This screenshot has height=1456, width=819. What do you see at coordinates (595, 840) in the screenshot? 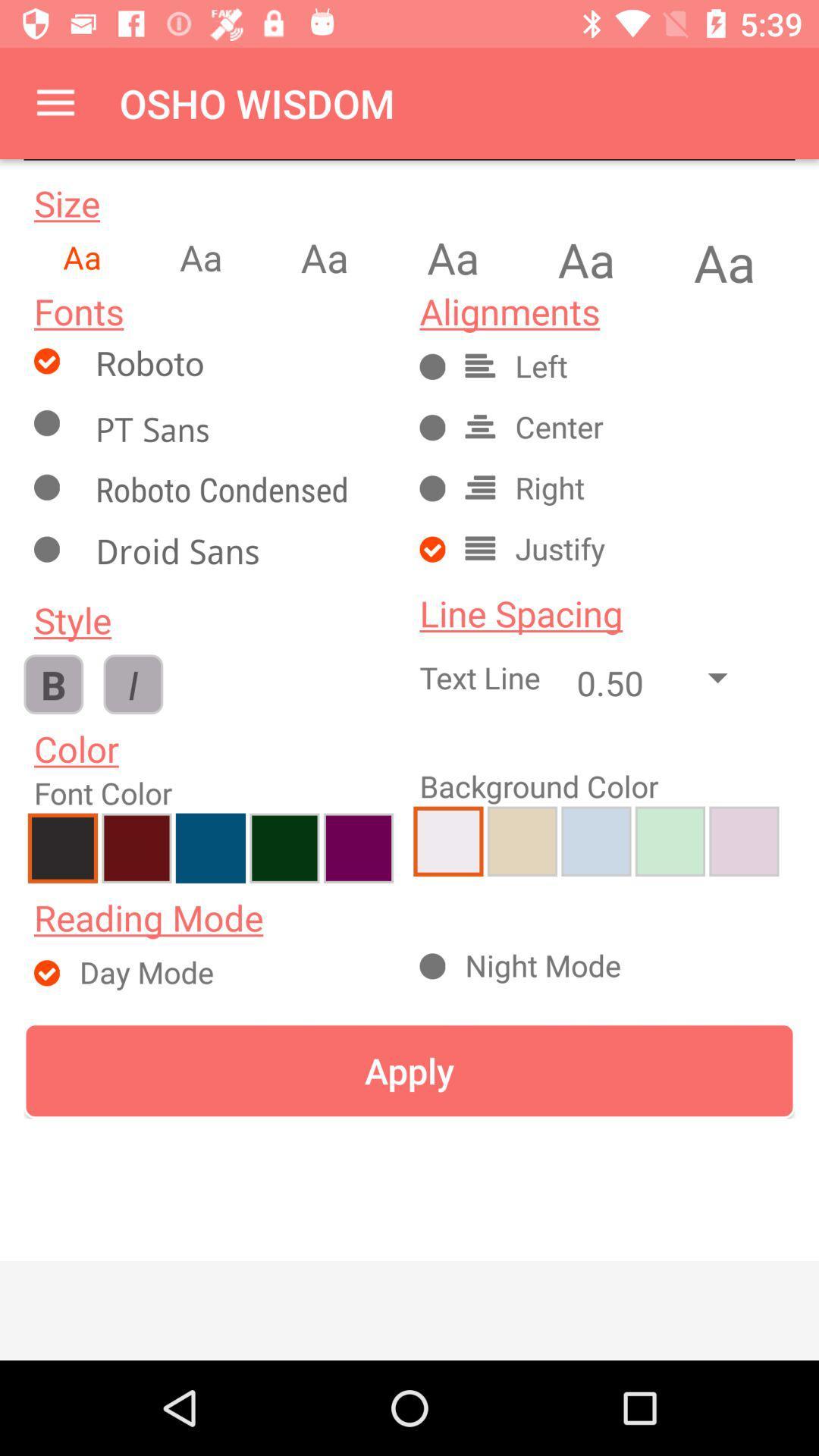
I see `change background color to blue` at bounding box center [595, 840].